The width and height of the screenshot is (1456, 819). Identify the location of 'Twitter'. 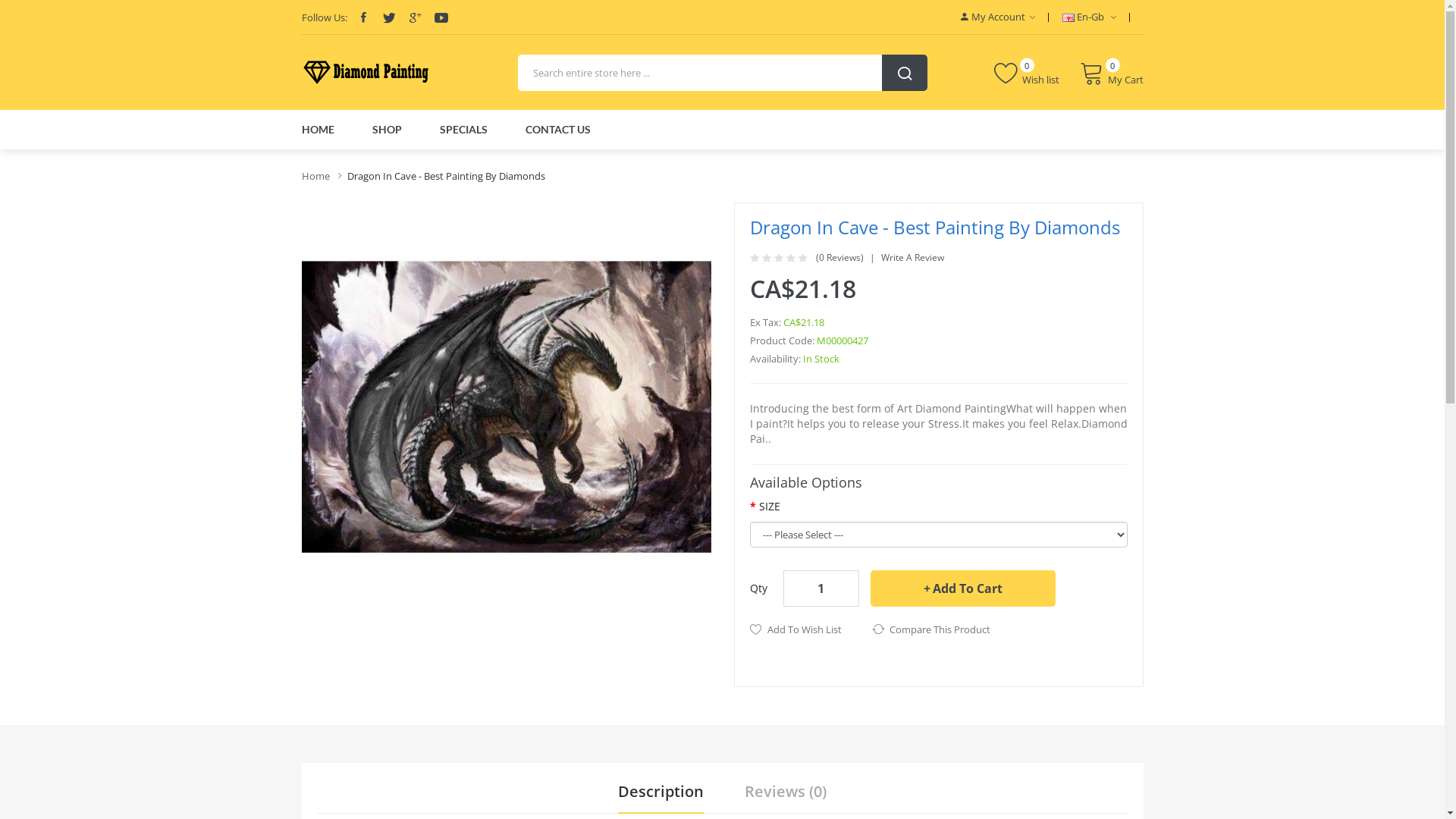
(389, 17).